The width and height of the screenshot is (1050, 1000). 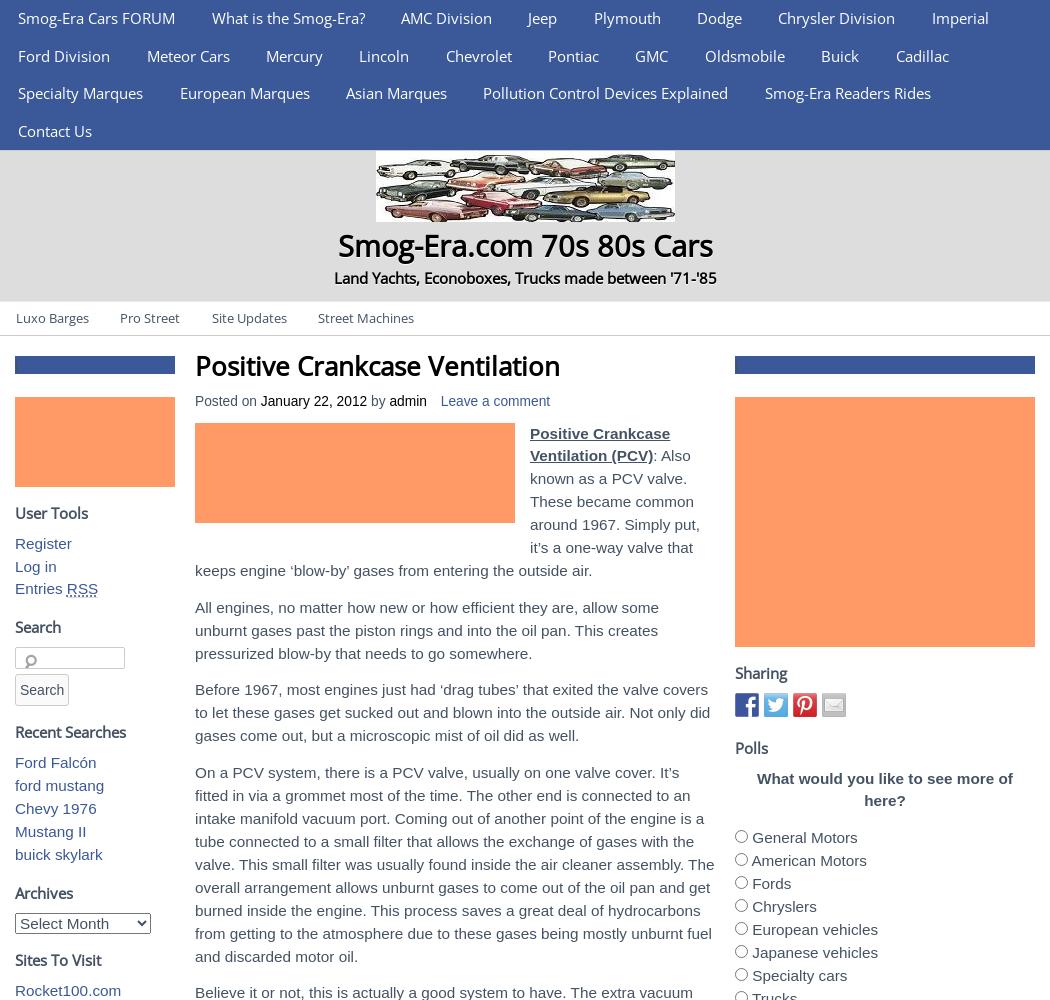 I want to click on 'ford mustang', so click(x=58, y=785).